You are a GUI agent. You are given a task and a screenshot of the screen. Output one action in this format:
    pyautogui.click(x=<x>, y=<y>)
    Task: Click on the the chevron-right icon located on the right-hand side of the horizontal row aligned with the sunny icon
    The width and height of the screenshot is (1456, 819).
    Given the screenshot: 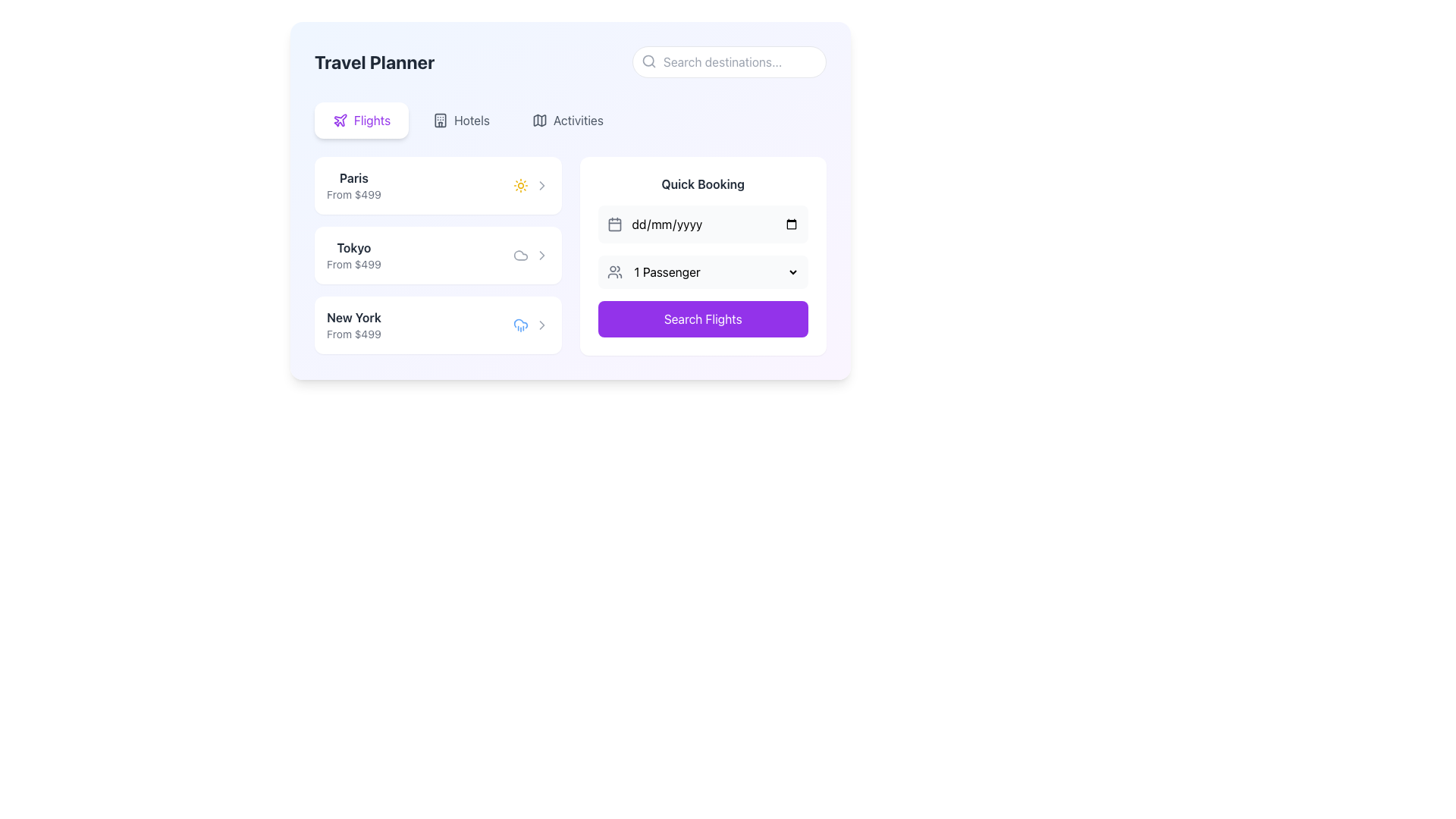 What is the action you would take?
    pyautogui.click(x=541, y=185)
    